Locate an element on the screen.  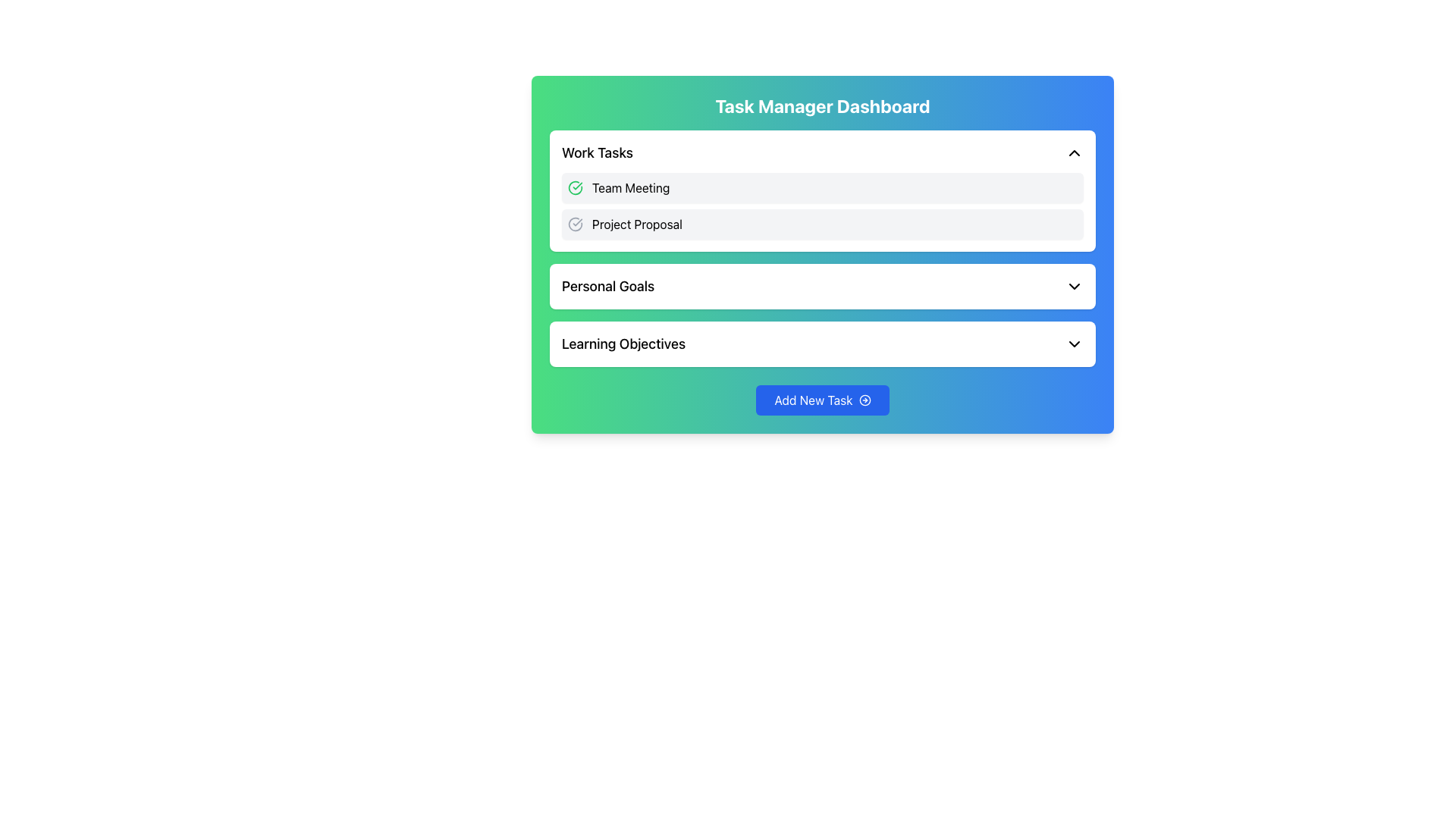
static text element that serves as the title for the 'Task Manager Dashboard' interface, which is prominently displayed at the top of the main panel is located at coordinates (821, 105).